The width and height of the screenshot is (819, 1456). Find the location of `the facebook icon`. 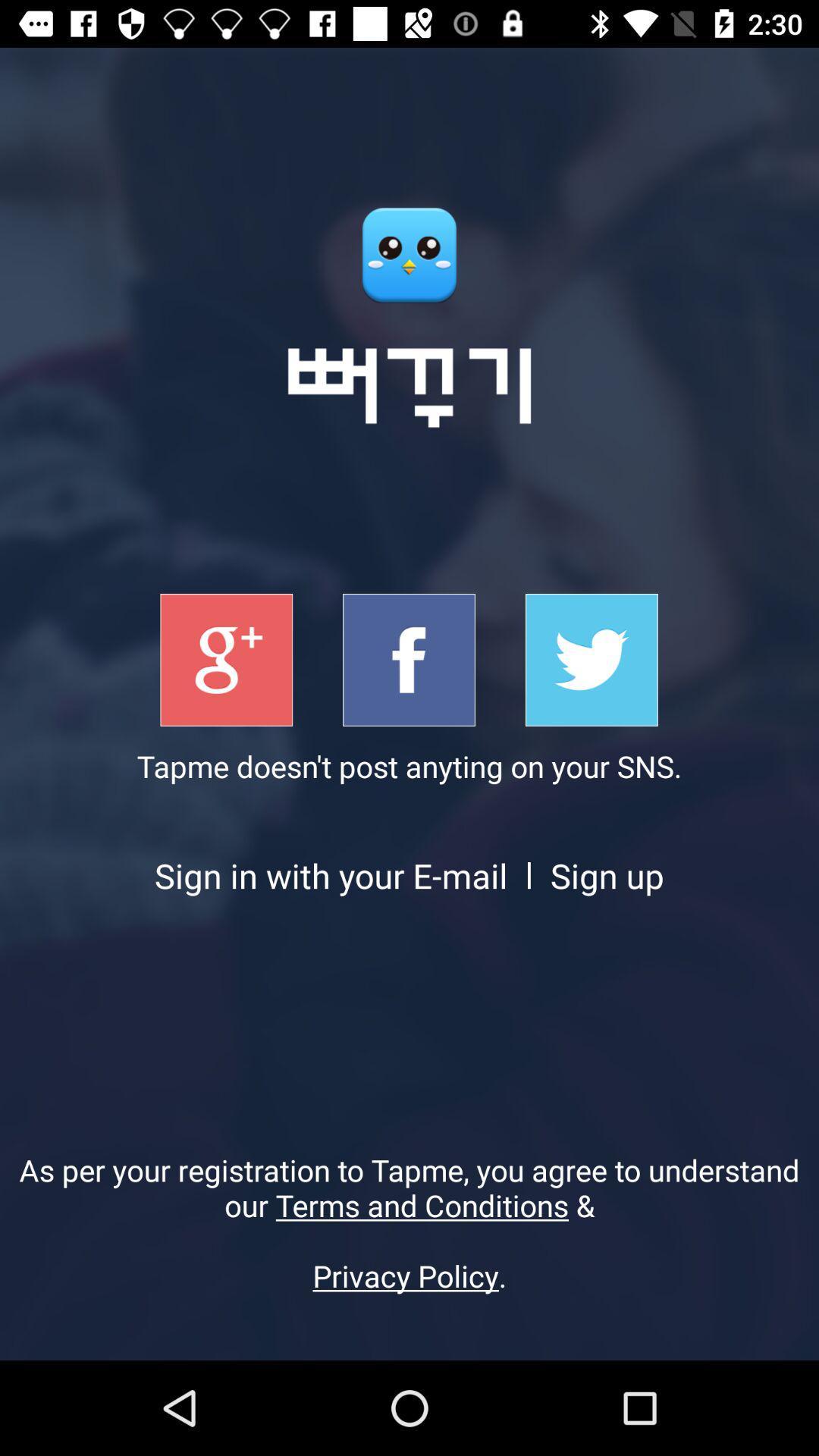

the facebook icon is located at coordinates (408, 660).